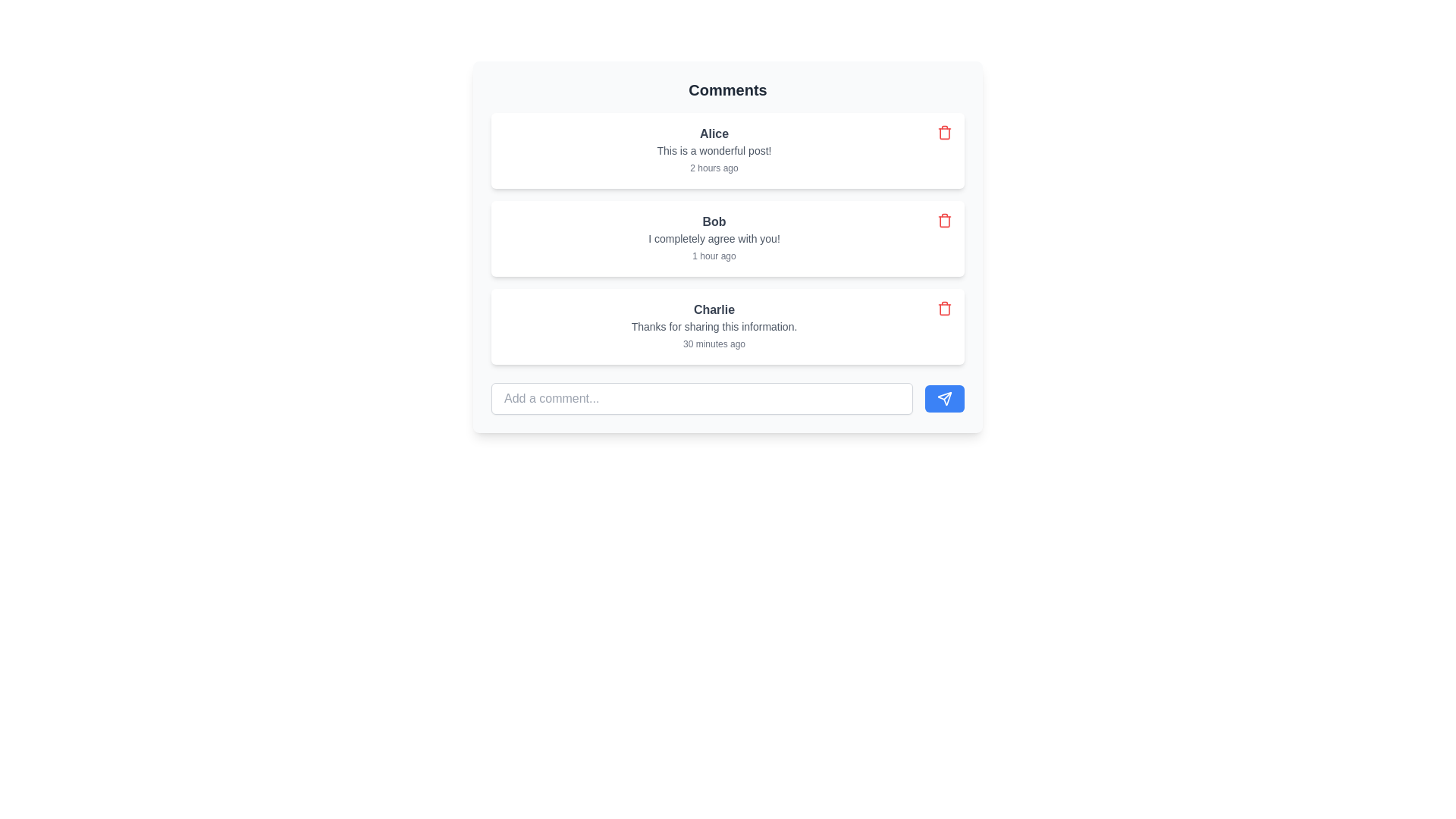 This screenshot has height=819, width=1456. I want to click on the static timestamp text indicating the time elapsed since Bob's comment was posted, located at the bottom right of his comment card, so click(713, 256).